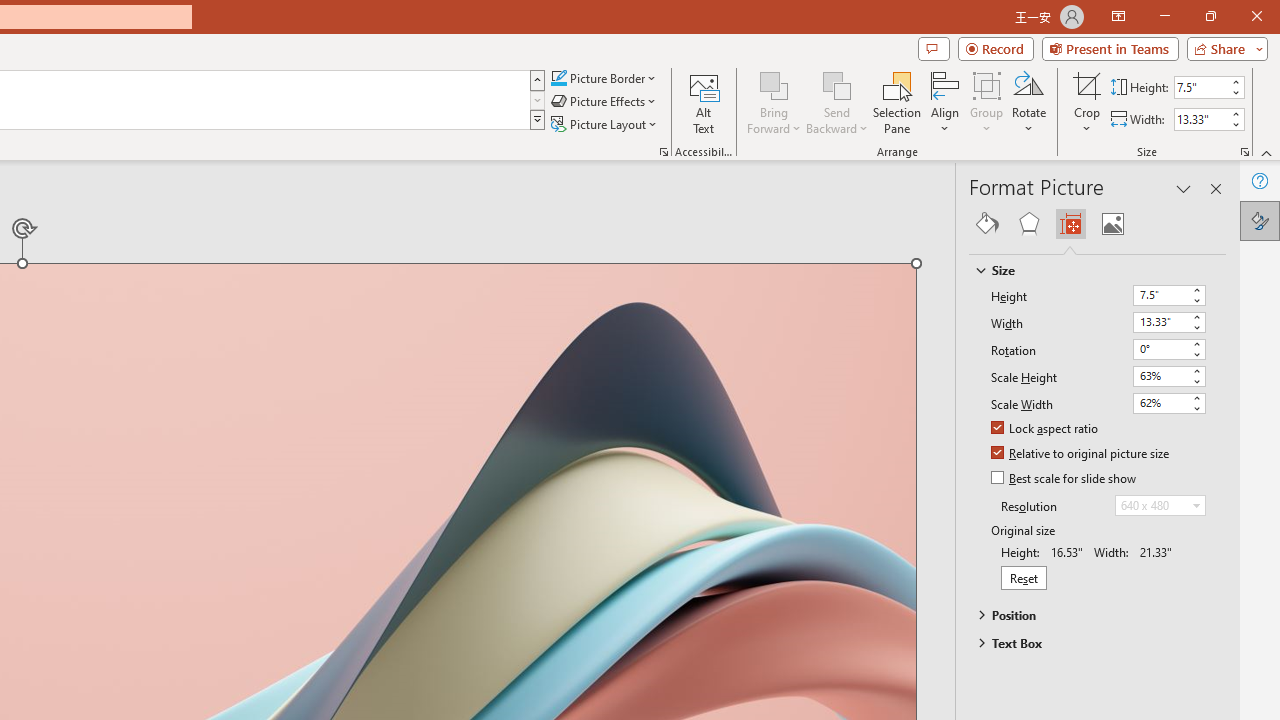 The image size is (1280, 720). What do you see at coordinates (1069, 223) in the screenshot?
I see `'Size & Properties'` at bounding box center [1069, 223].